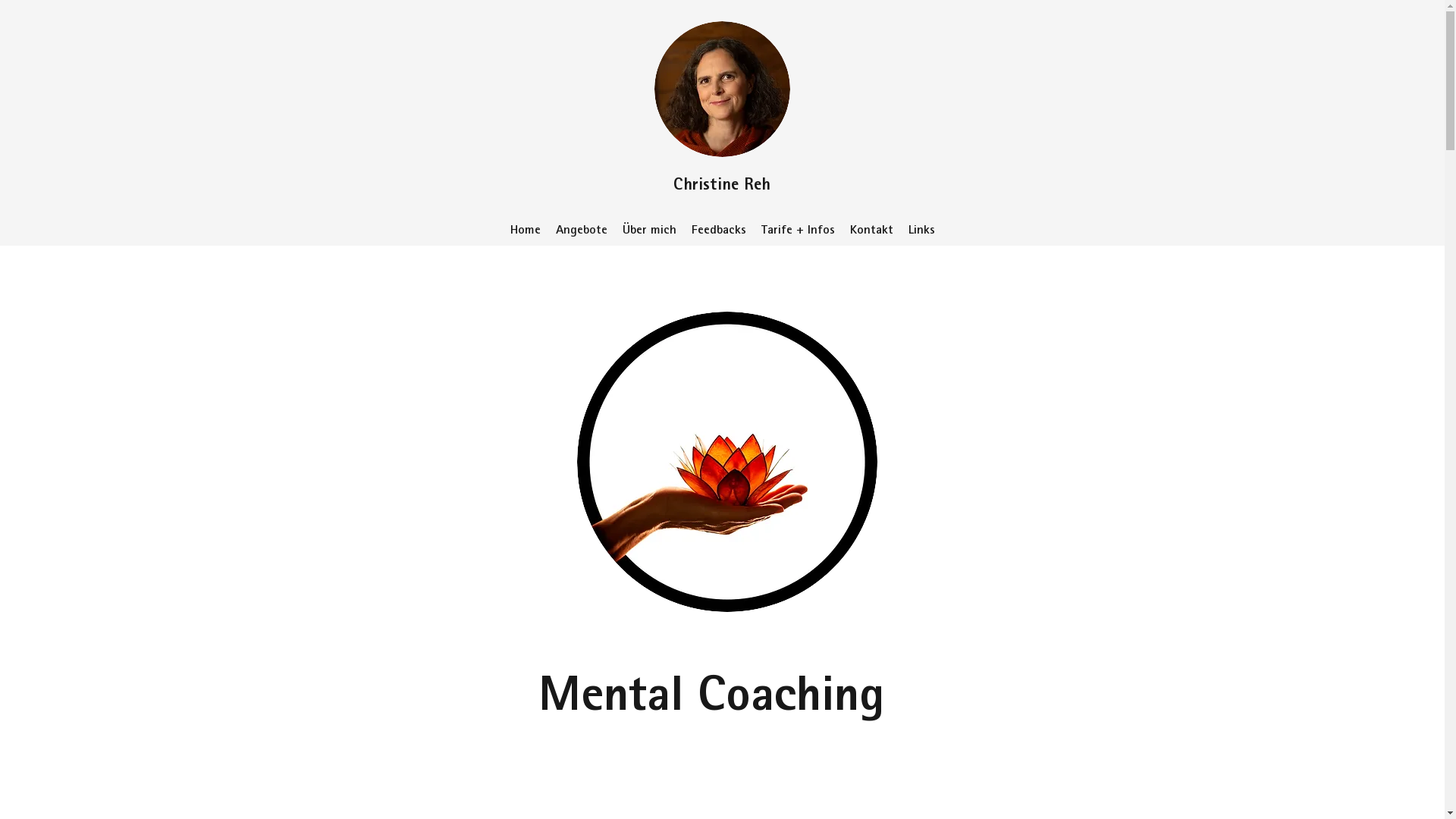  I want to click on 'Angebote', so click(546, 231).